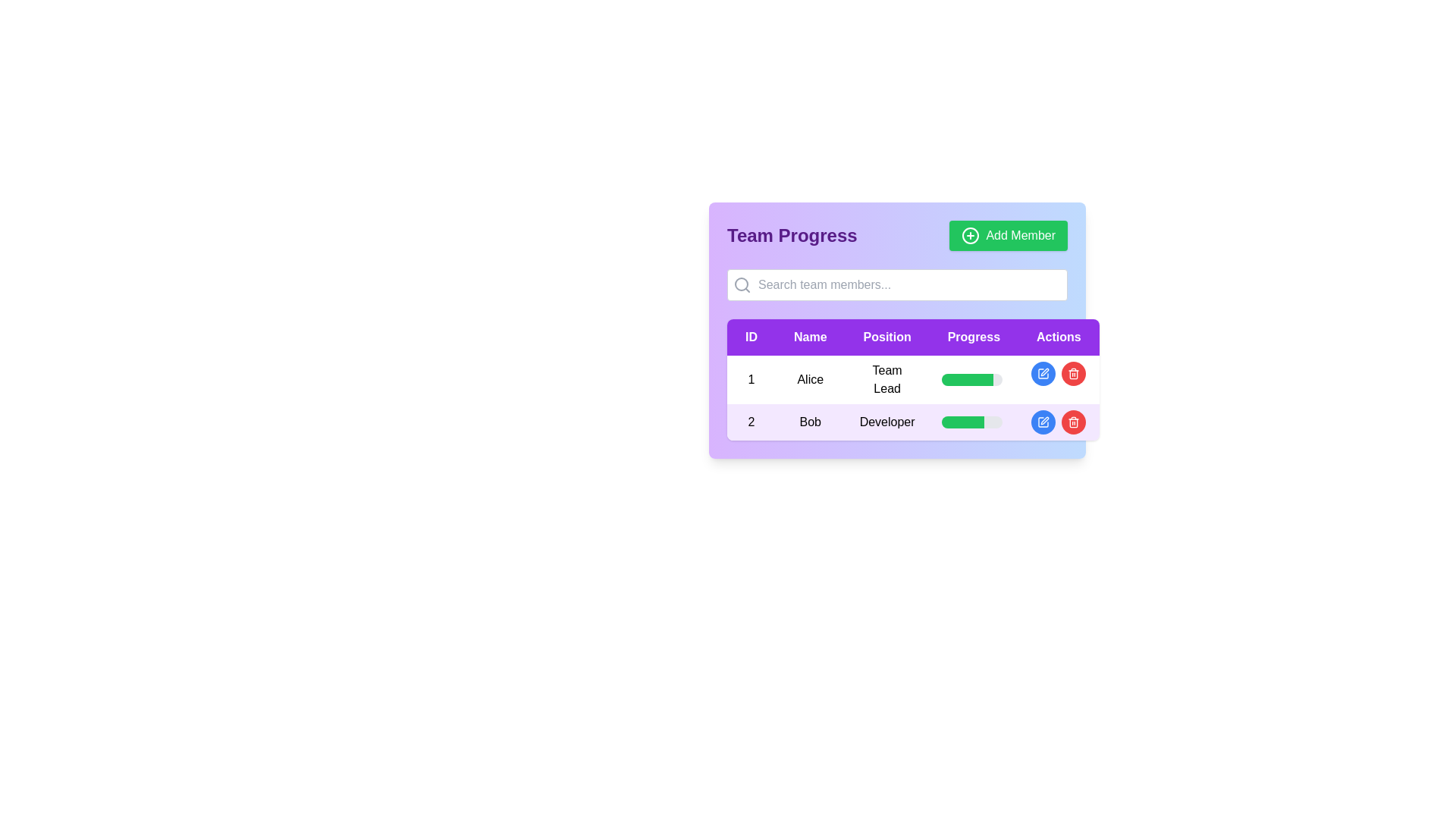 This screenshot has width=1456, height=819. What do you see at coordinates (809, 336) in the screenshot?
I see `the second header cell of the table, which contains the names of individuals or items` at bounding box center [809, 336].